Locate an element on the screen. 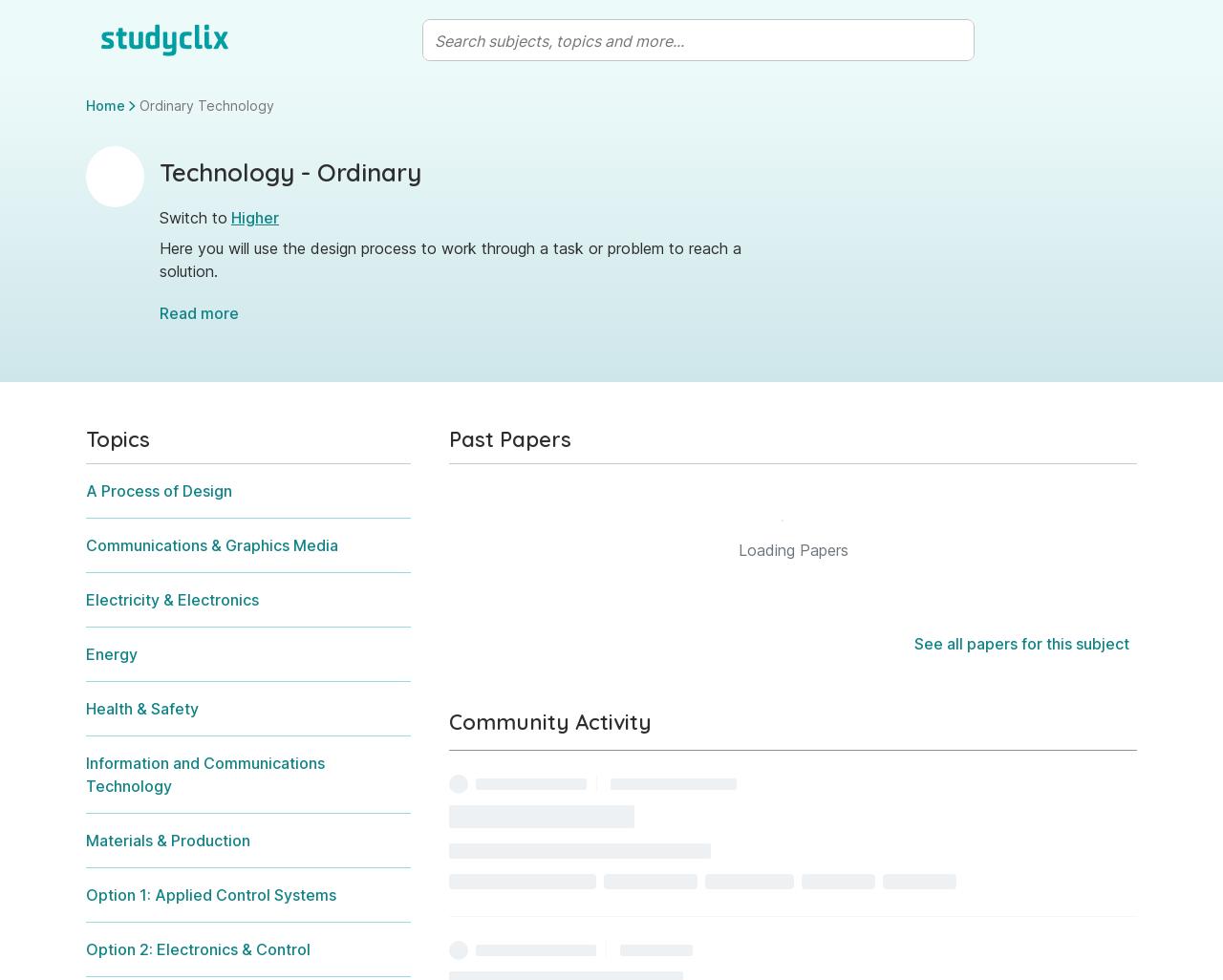  'Blog' is located at coordinates (929, 760).